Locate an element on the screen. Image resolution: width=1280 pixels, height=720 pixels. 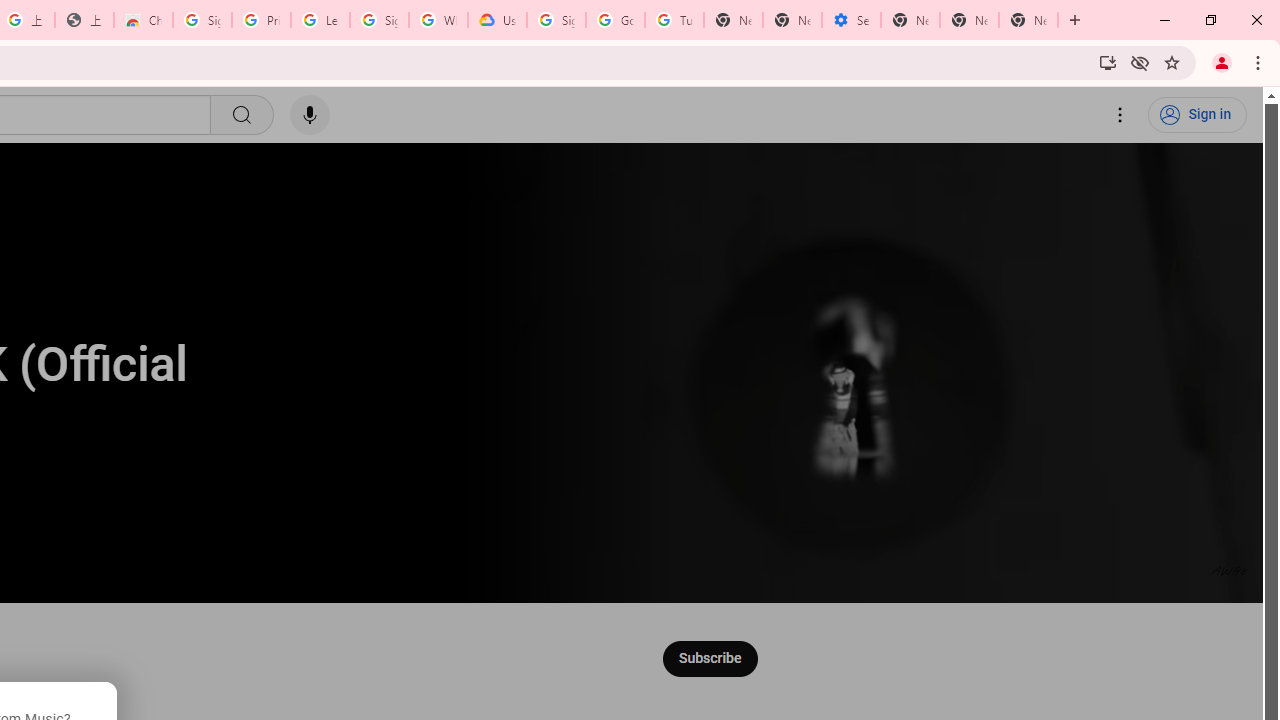
'Subscribe to Music.' is located at coordinates (709, 658).